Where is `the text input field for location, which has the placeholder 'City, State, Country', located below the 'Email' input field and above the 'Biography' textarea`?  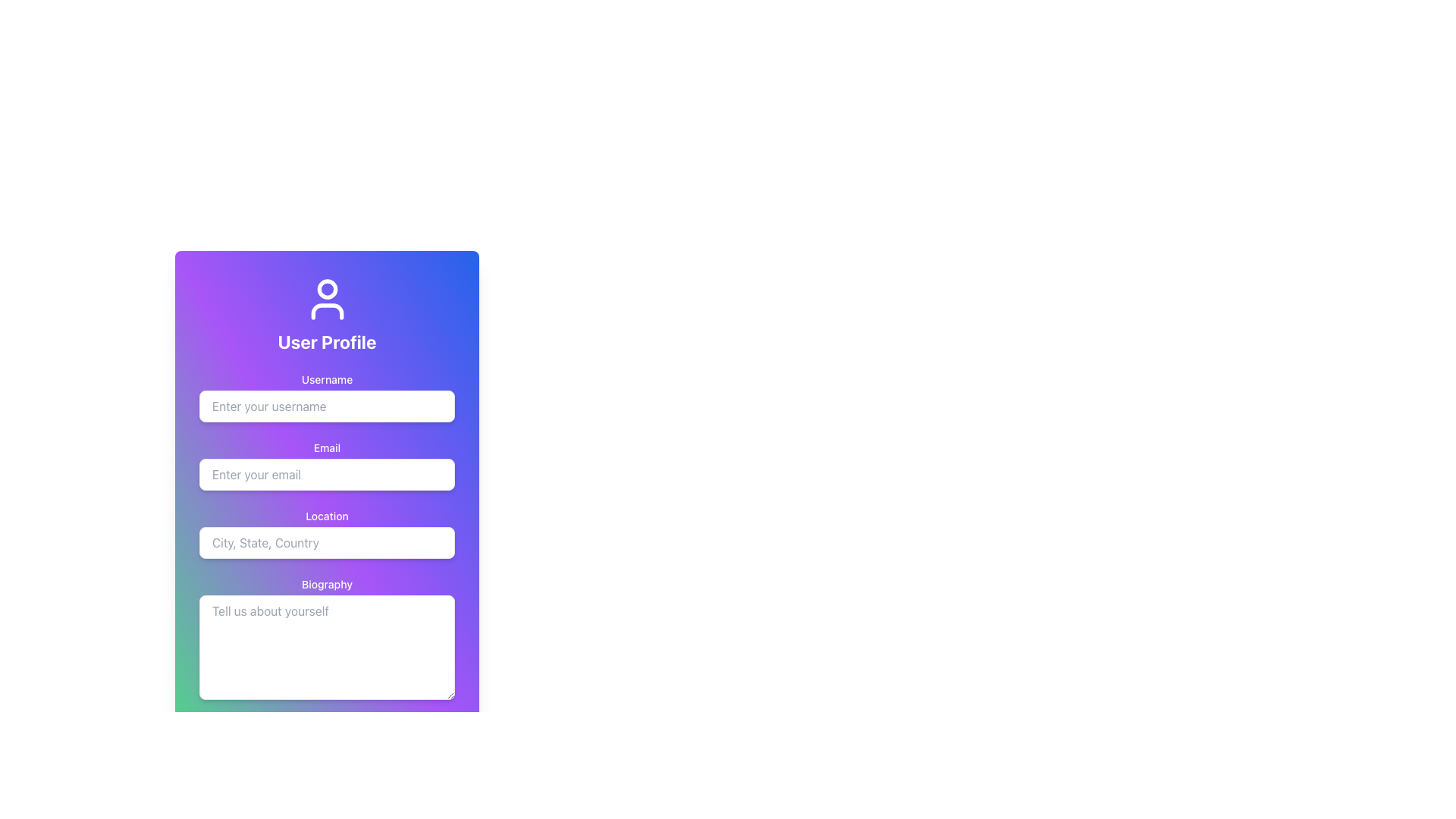 the text input field for location, which has the placeholder 'City, State, Country', located below the 'Email' input field and above the 'Biography' textarea is located at coordinates (326, 533).